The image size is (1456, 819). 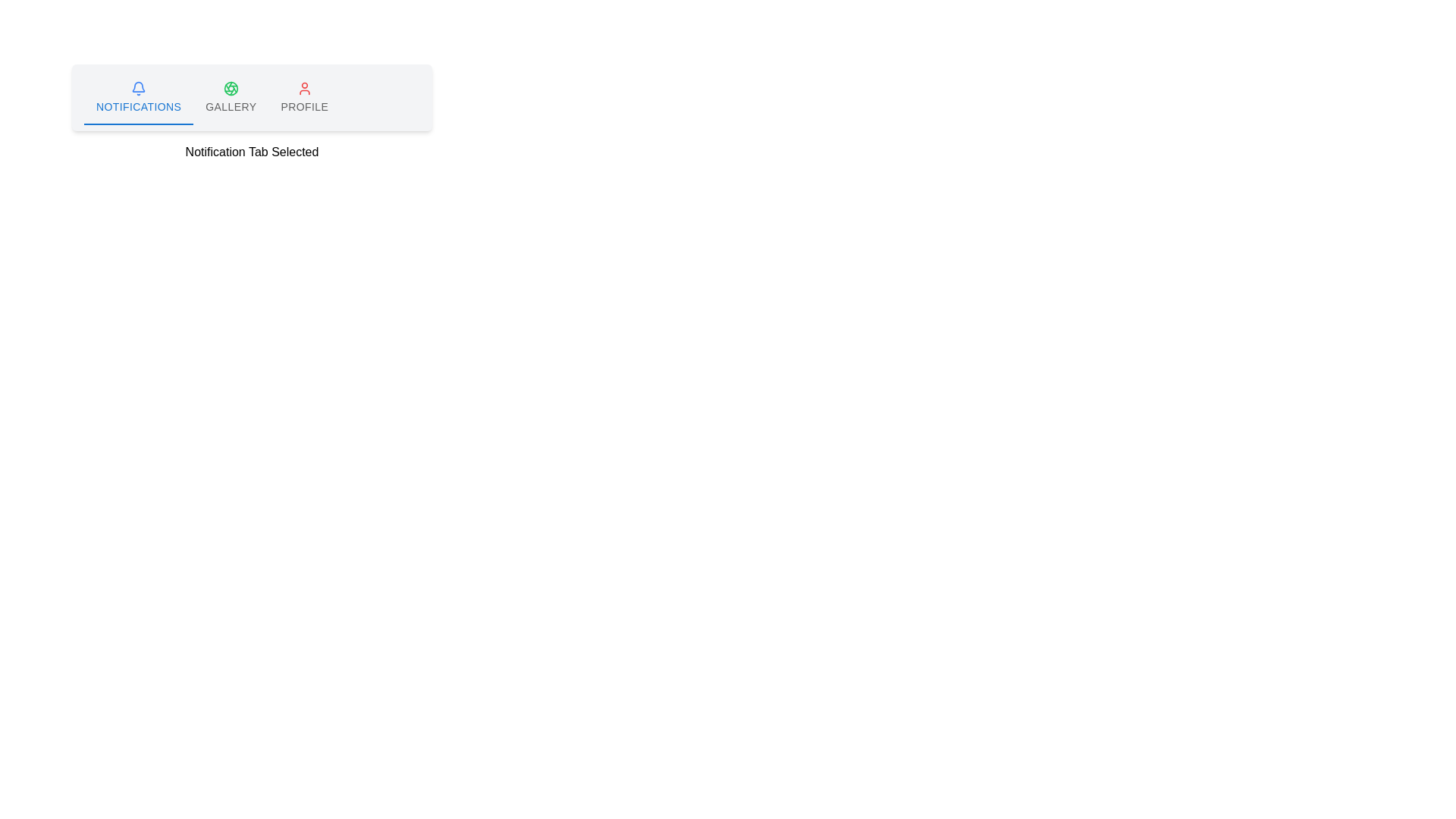 What do you see at coordinates (230, 97) in the screenshot?
I see `the 'Gallery' tab button` at bounding box center [230, 97].